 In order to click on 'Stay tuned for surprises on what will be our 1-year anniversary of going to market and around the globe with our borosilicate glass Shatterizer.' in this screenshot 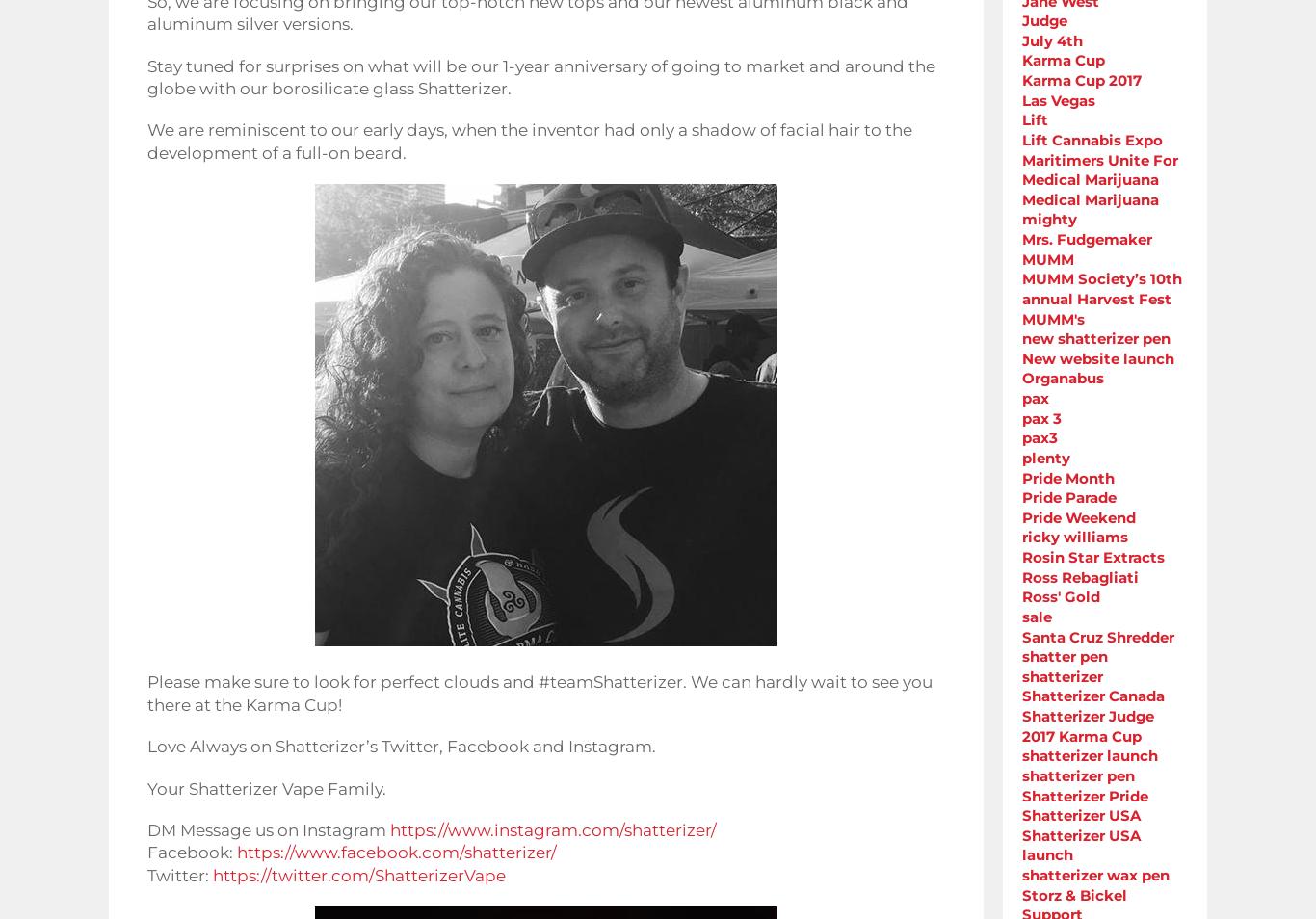, I will do `click(540, 75)`.